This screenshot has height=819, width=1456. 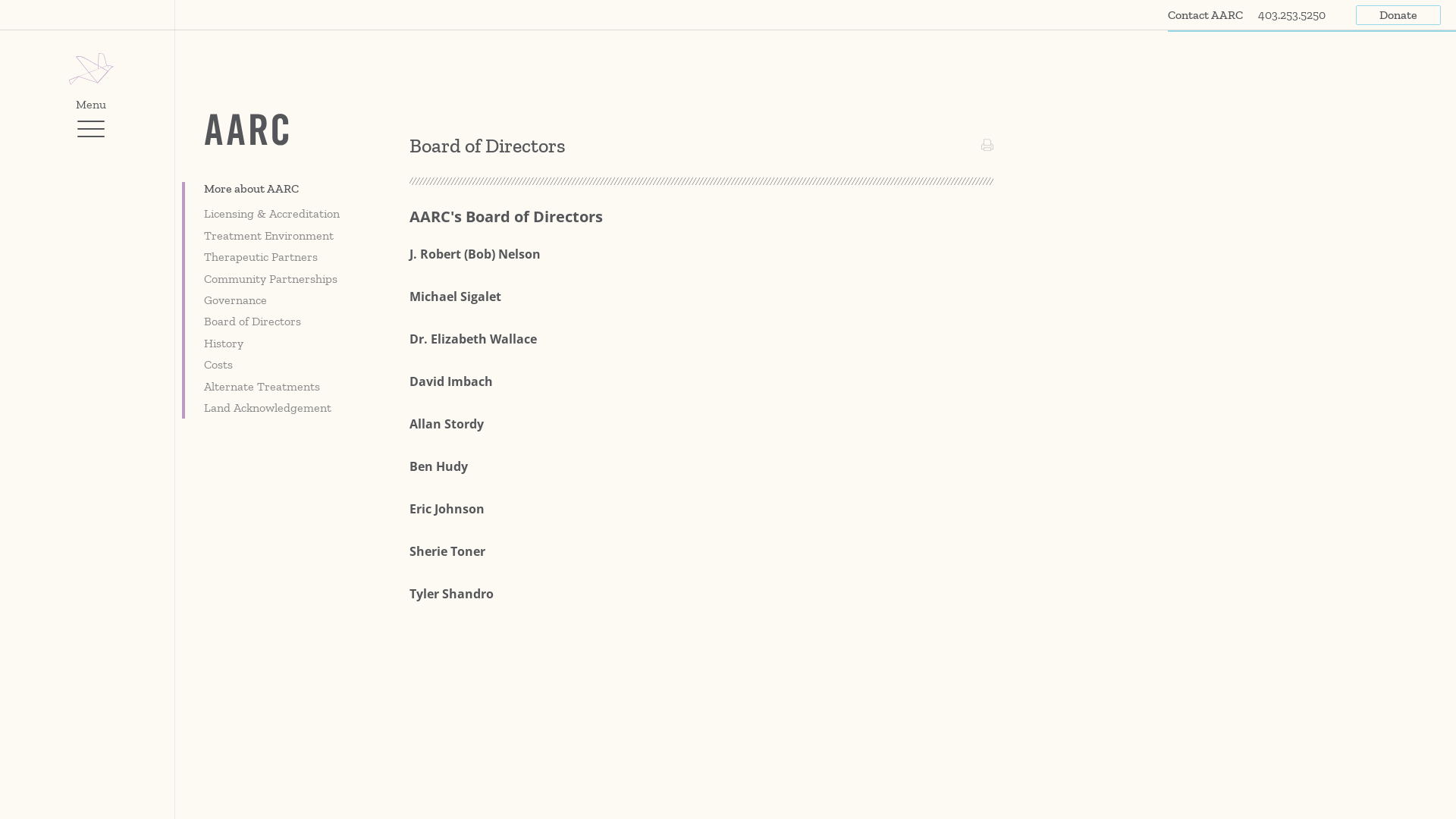 I want to click on 'History', so click(x=284, y=343).